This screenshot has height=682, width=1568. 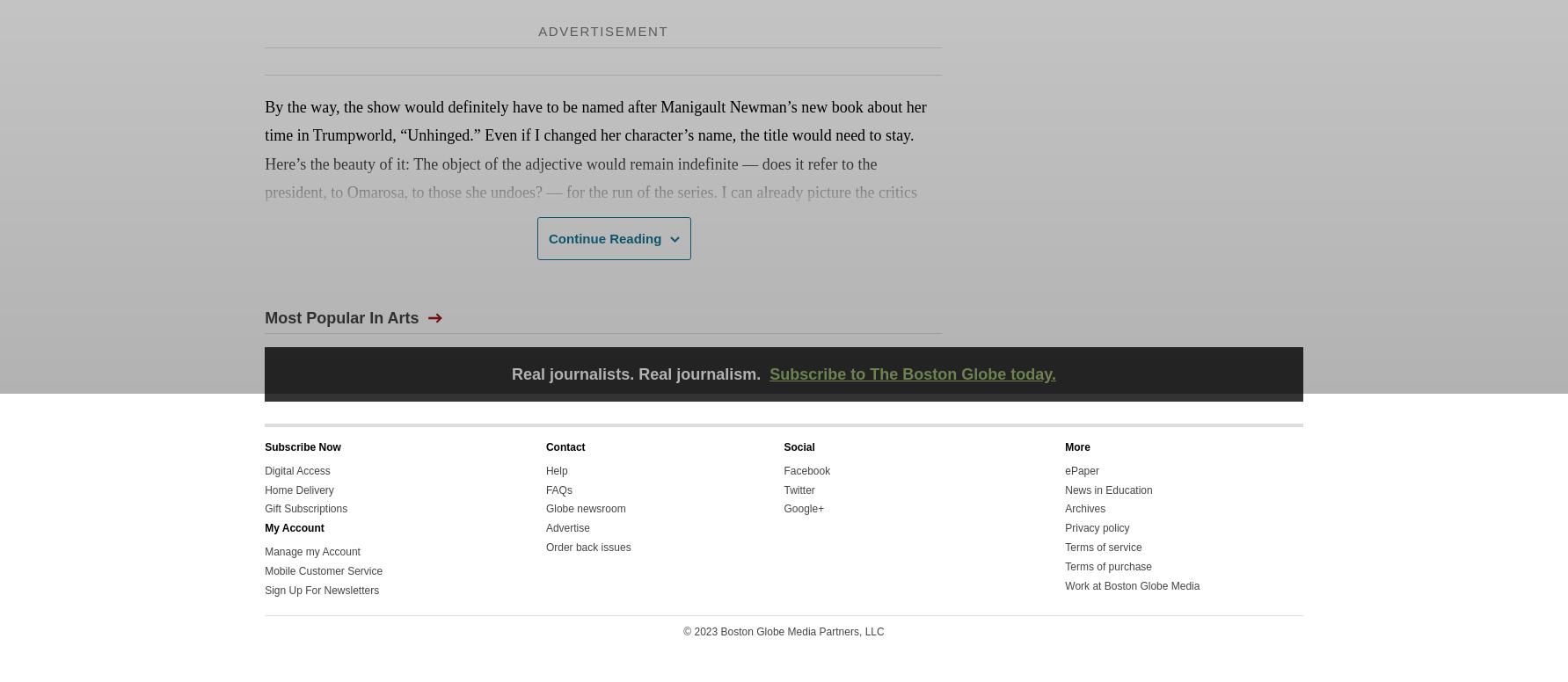 I want to click on 'Social', so click(x=798, y=446).